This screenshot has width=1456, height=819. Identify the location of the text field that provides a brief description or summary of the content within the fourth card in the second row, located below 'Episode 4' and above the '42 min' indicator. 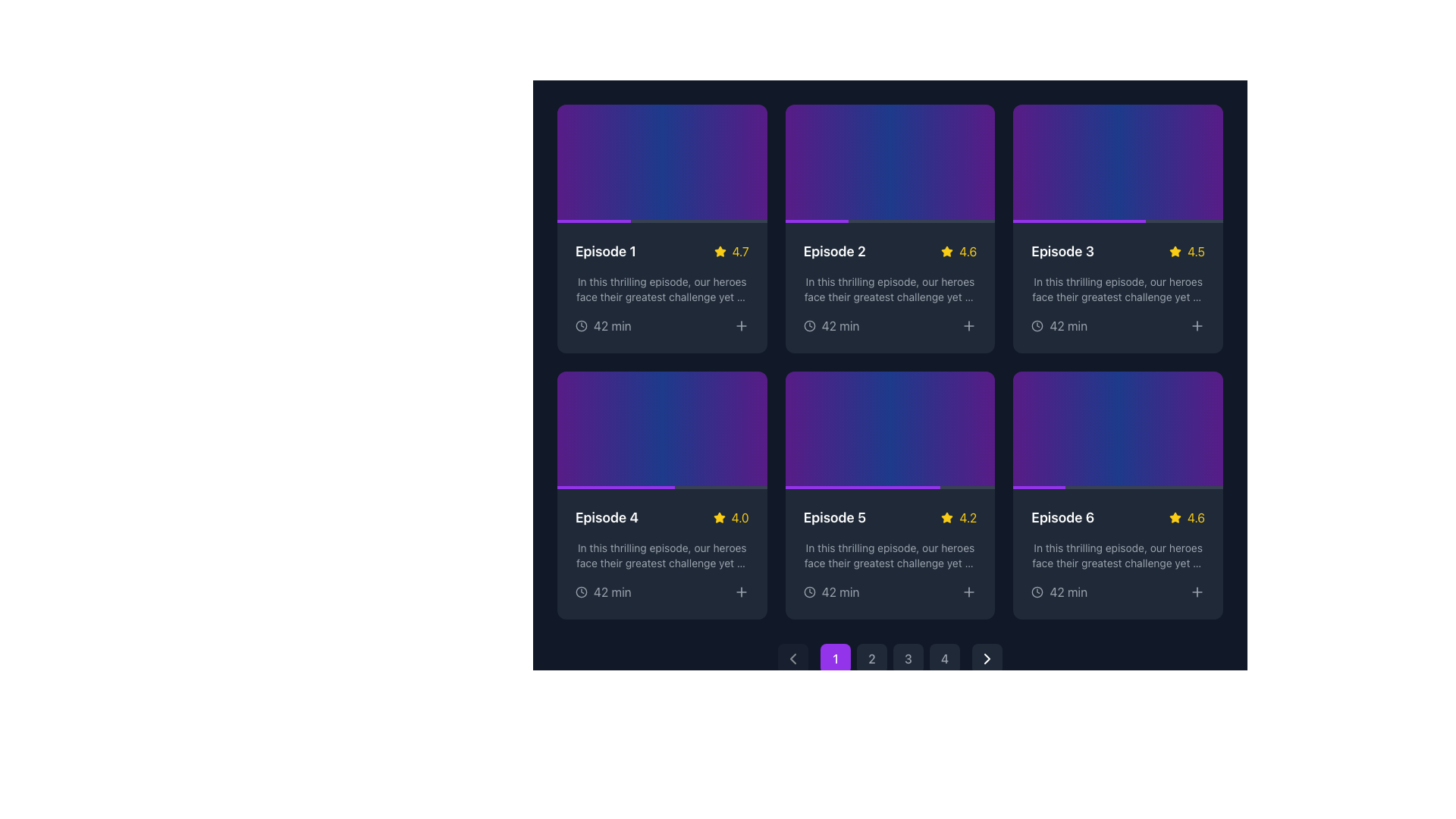
(662, 556).